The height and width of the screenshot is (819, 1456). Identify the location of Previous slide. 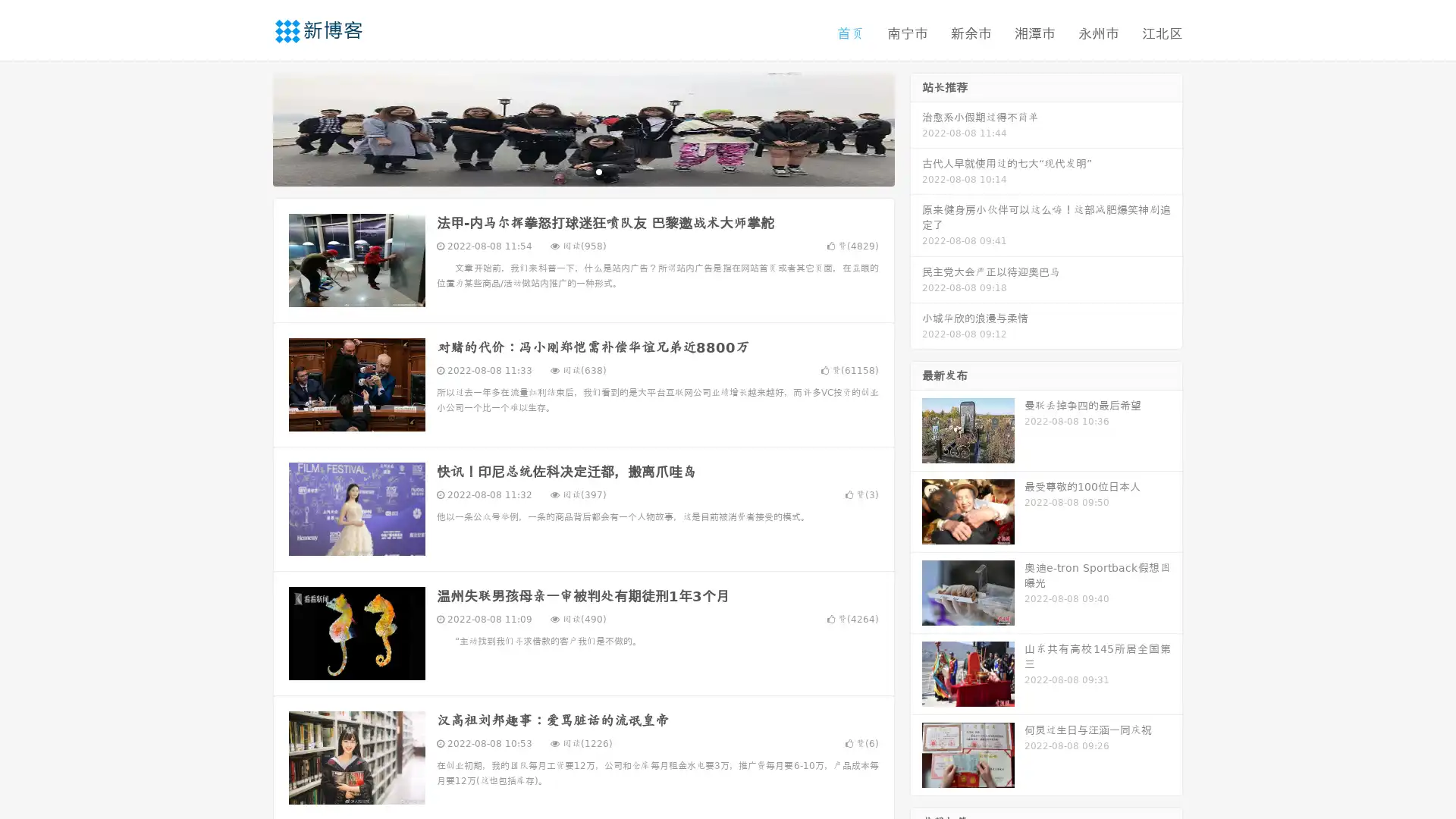
(250, 127).